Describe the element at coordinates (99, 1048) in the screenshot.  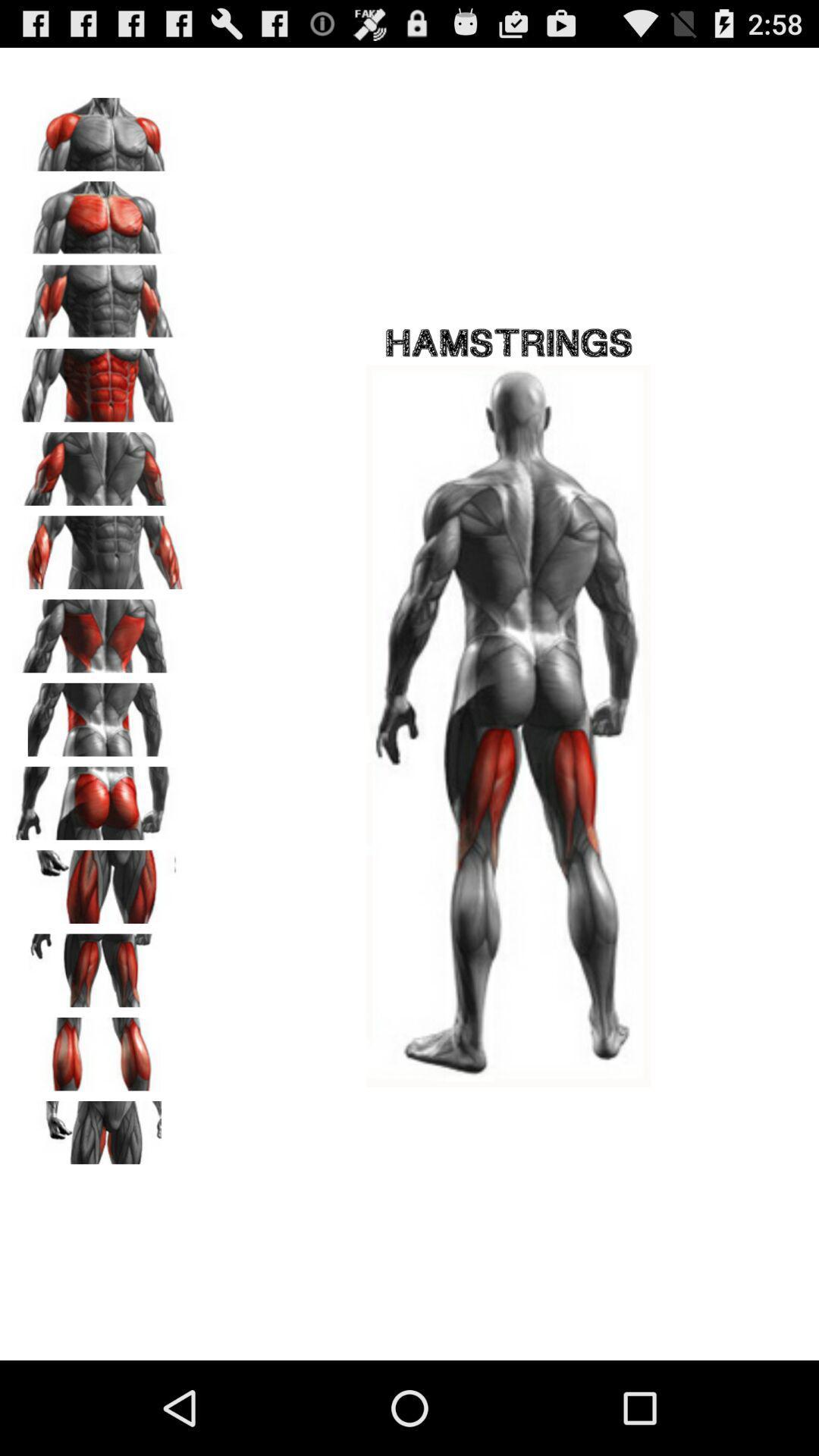
I see `zoom in on calves` at that location.